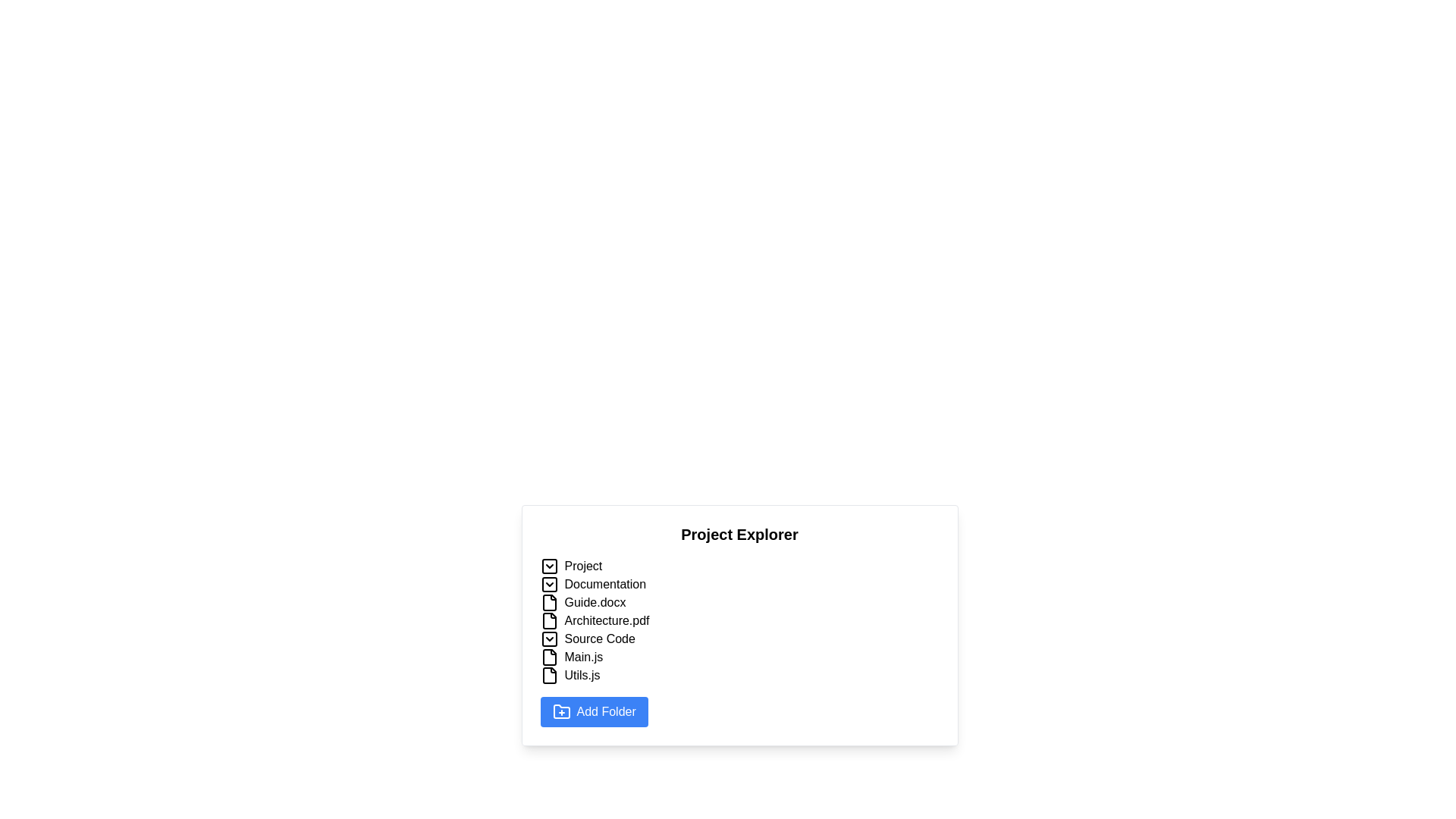 Image resolution: width=1456 pixels, height=819 pixels. What do you see at coordinates (607, 620) in the screenshot?
I see `on the text label displaying 'Architecture.pdf'` at bounding box center [607, 620].